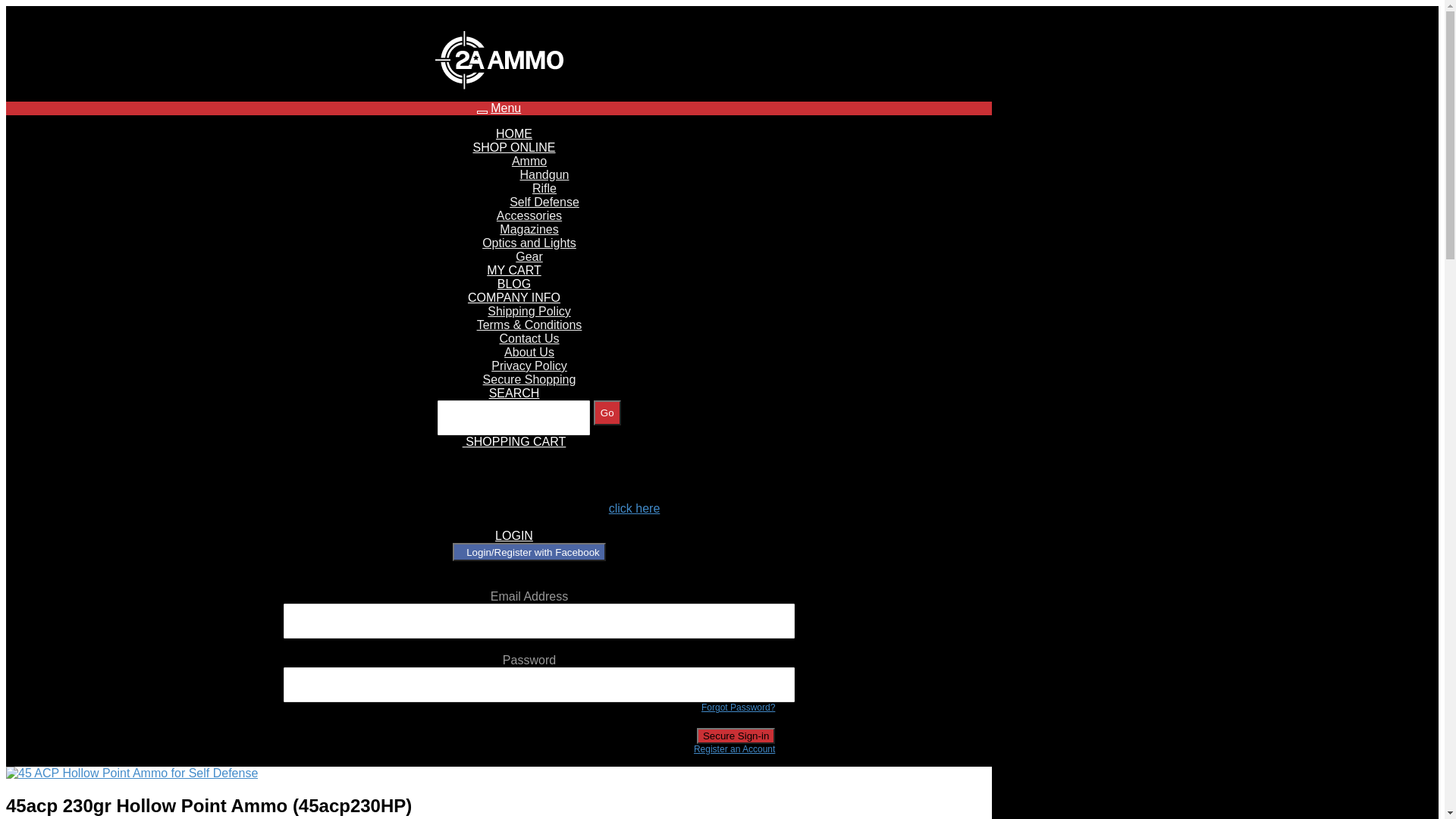 The height and width of the screenshot is (819, 1456). Describe the element at coordinates (529, 337) in the screenshot. I see `'Contact Us'` at that location.